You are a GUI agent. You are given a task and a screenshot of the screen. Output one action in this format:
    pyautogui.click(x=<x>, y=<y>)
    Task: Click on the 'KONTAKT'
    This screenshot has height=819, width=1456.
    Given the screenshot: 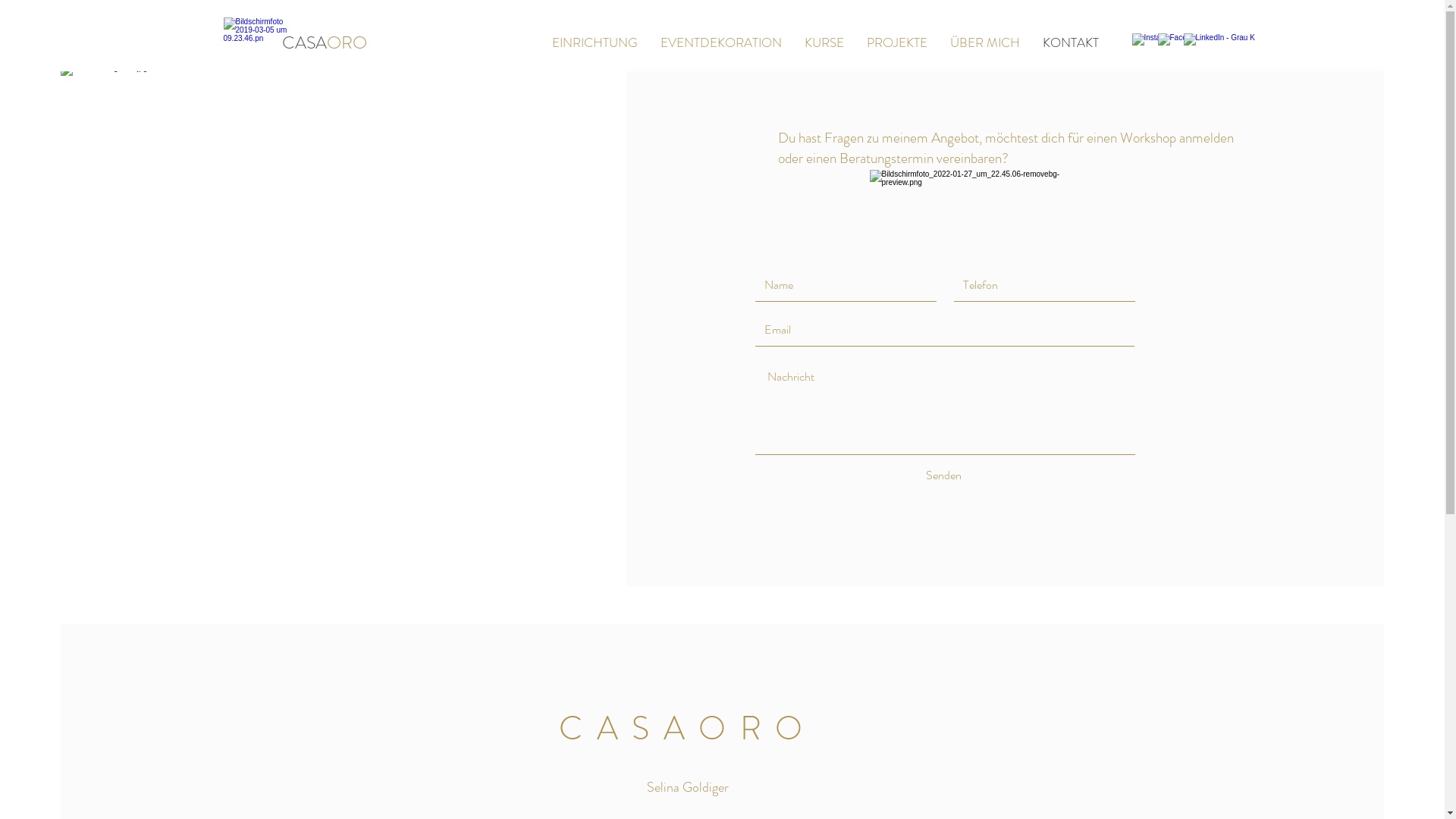 What is the action you would take?
    pyautogui.click(x=1069, y=42)
    